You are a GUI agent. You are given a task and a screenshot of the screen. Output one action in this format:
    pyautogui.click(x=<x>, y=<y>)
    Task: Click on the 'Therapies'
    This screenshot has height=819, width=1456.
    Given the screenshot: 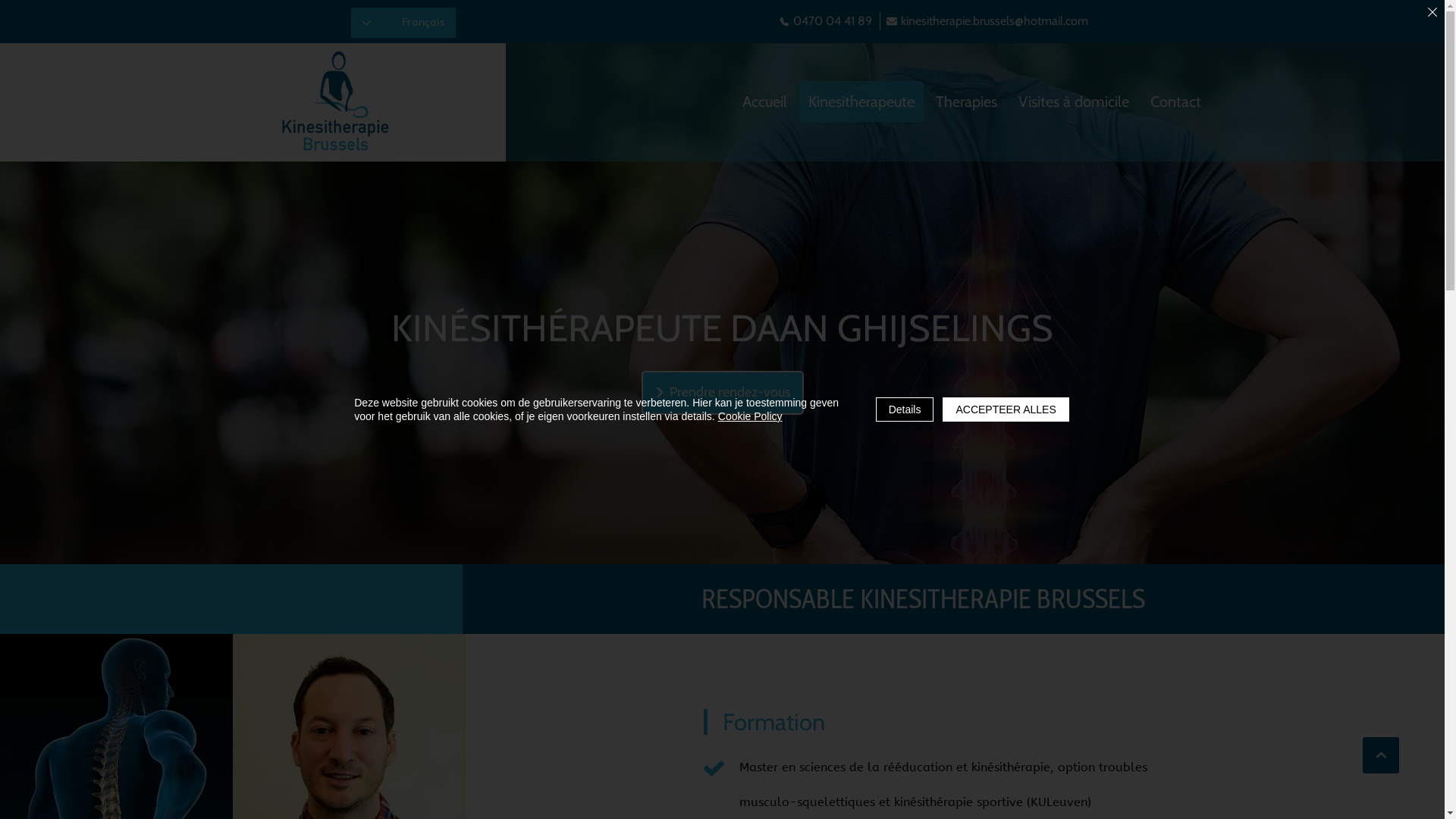 What is the action you would take?
    pyautogui.click(x=965, y=102)
    